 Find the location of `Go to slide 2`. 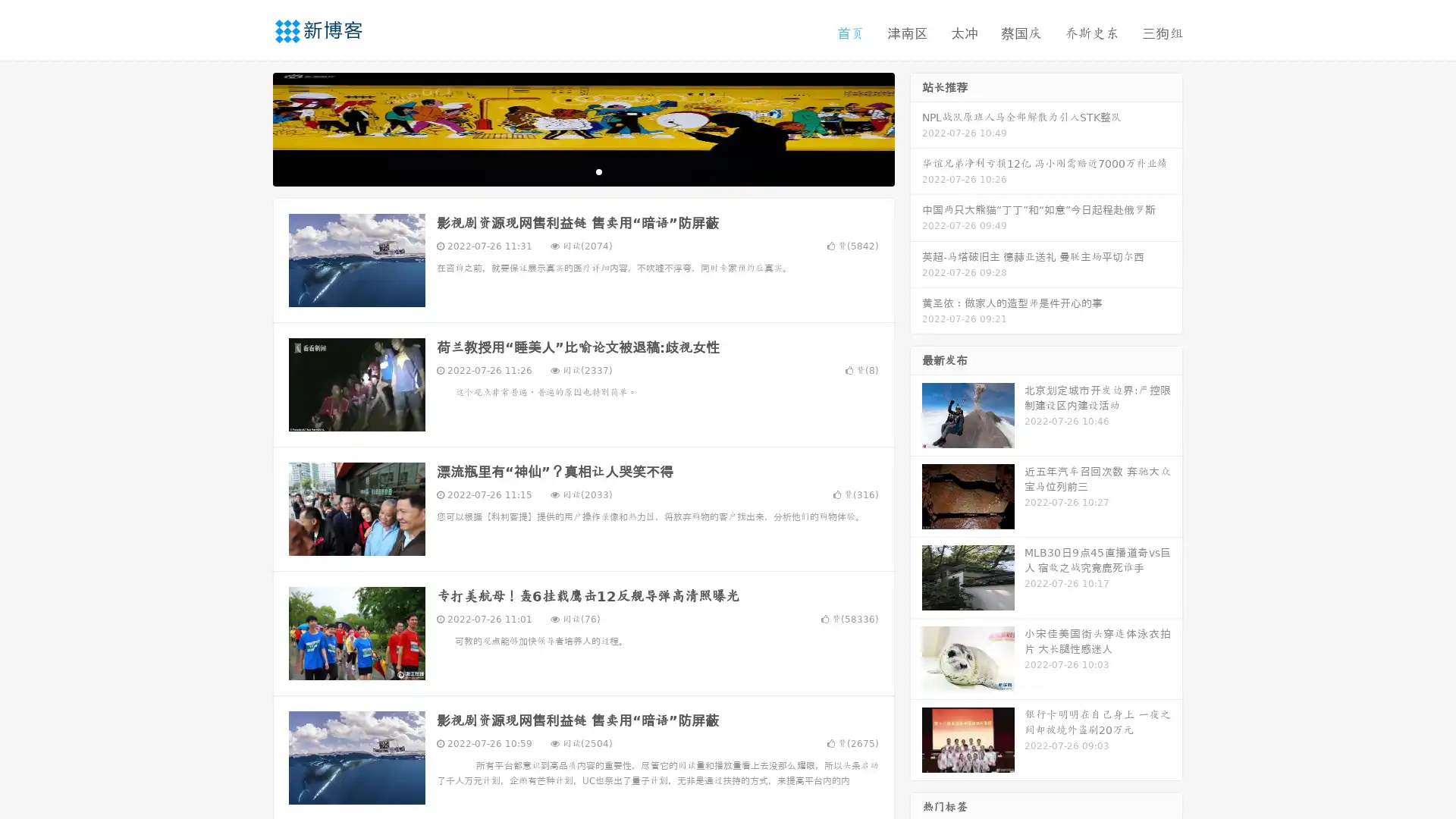

Go to slide 2 is located at coordinates (582, 171).